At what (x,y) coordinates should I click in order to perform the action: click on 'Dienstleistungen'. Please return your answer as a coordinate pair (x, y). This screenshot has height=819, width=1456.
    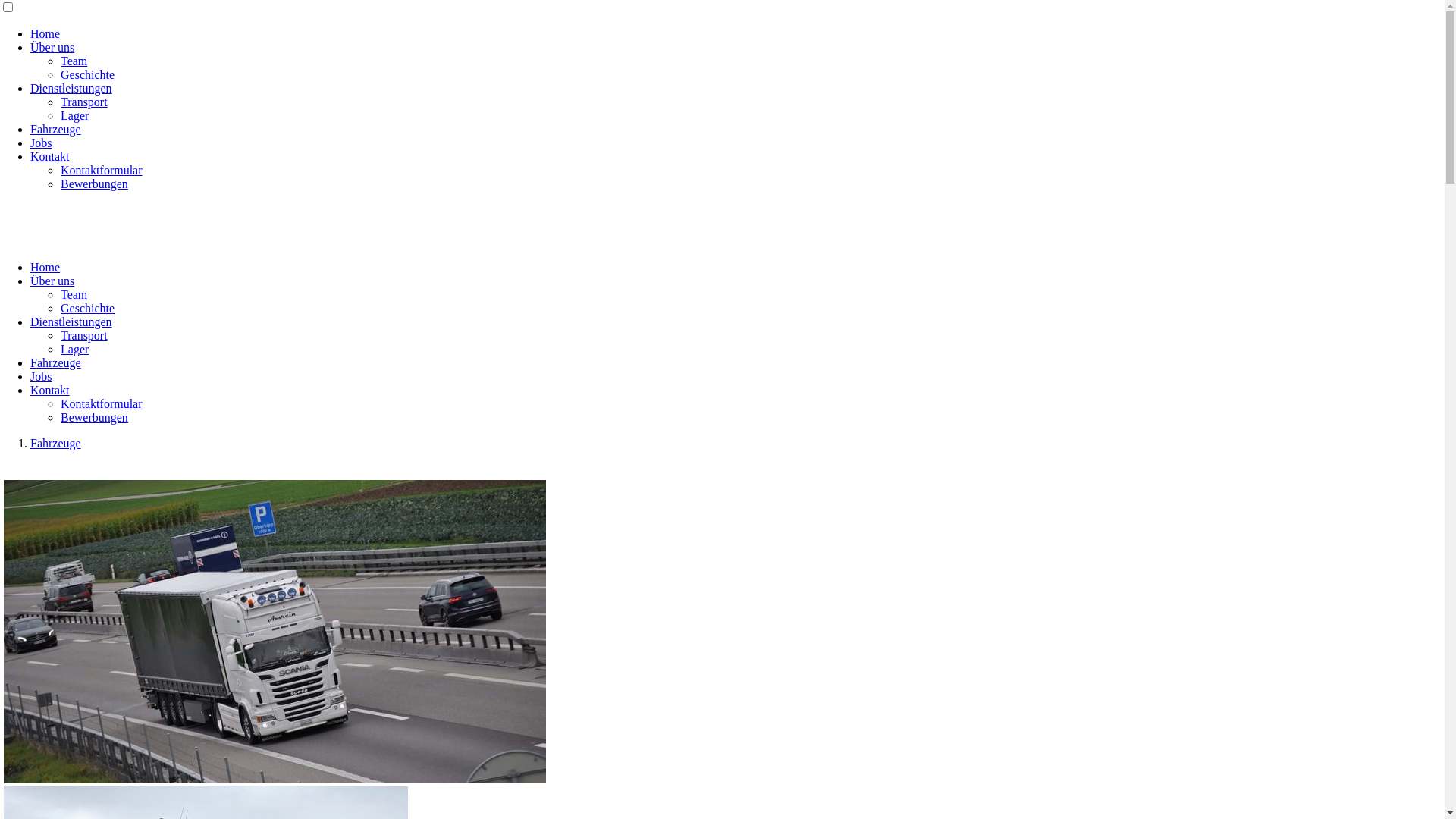
    Looking at the image, I should click on (71, 321).